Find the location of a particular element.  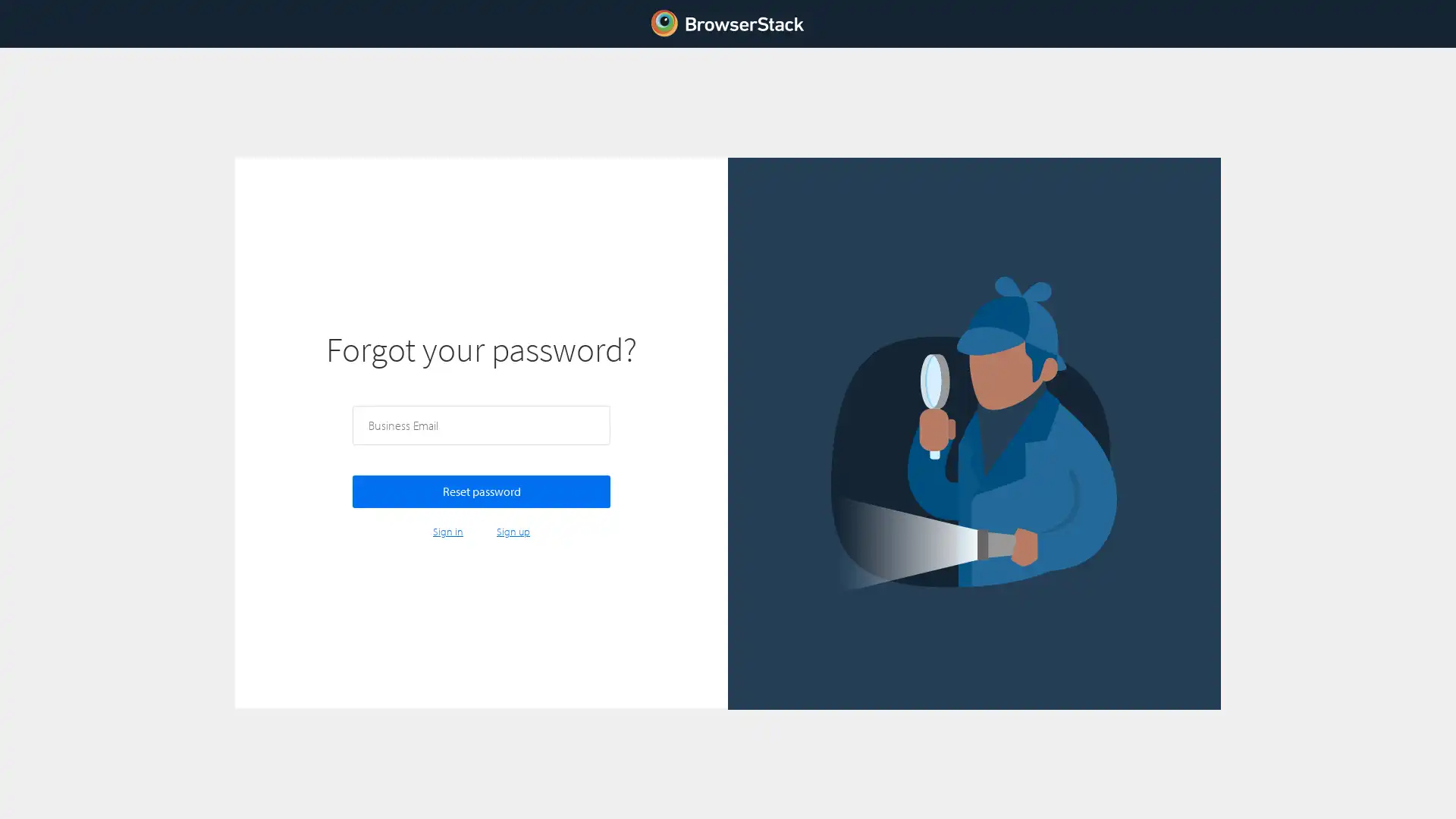

Reset password is located at coordinates (480, 491).